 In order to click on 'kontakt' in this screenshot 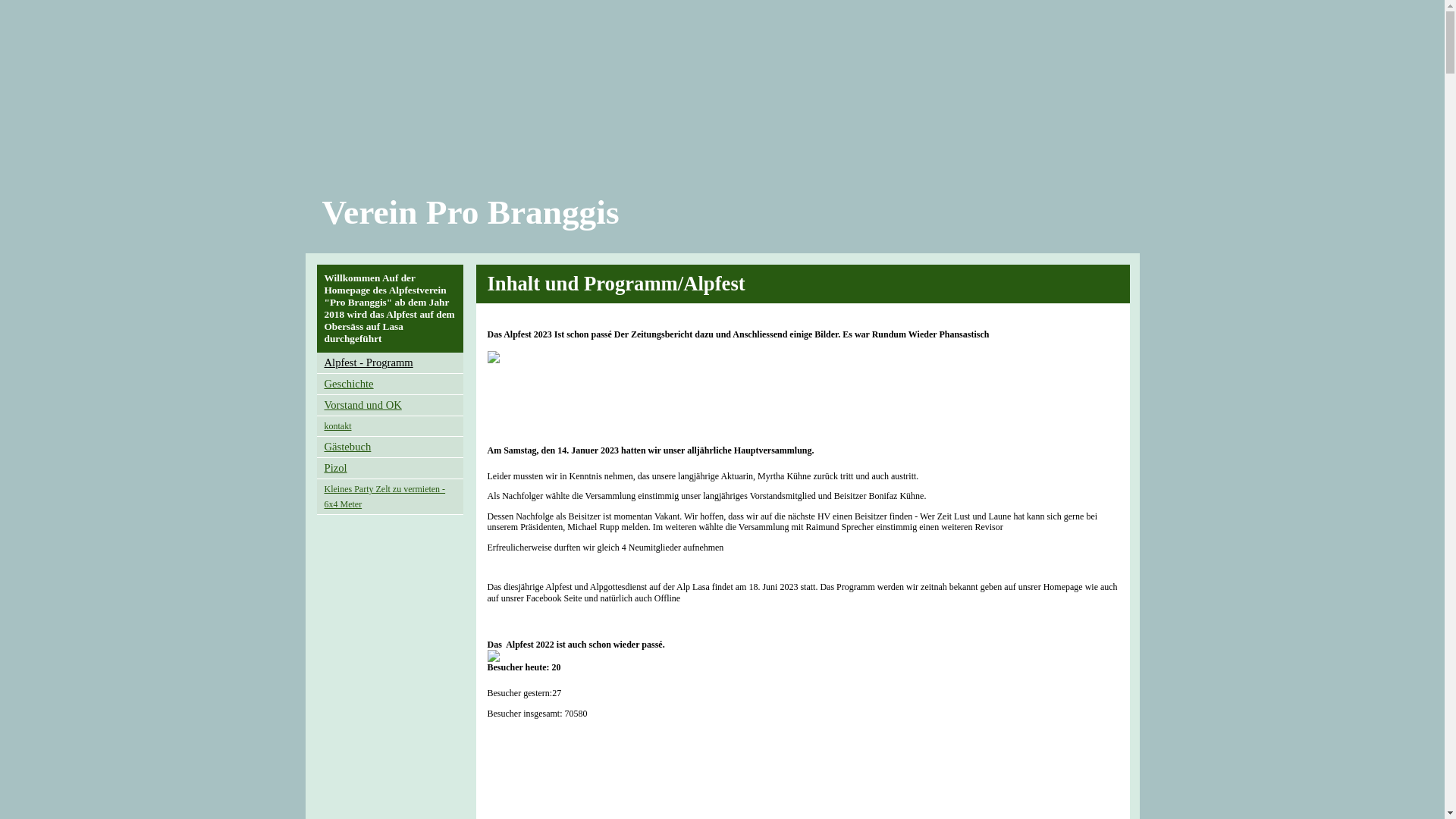, I will do `click(337, 426)`.